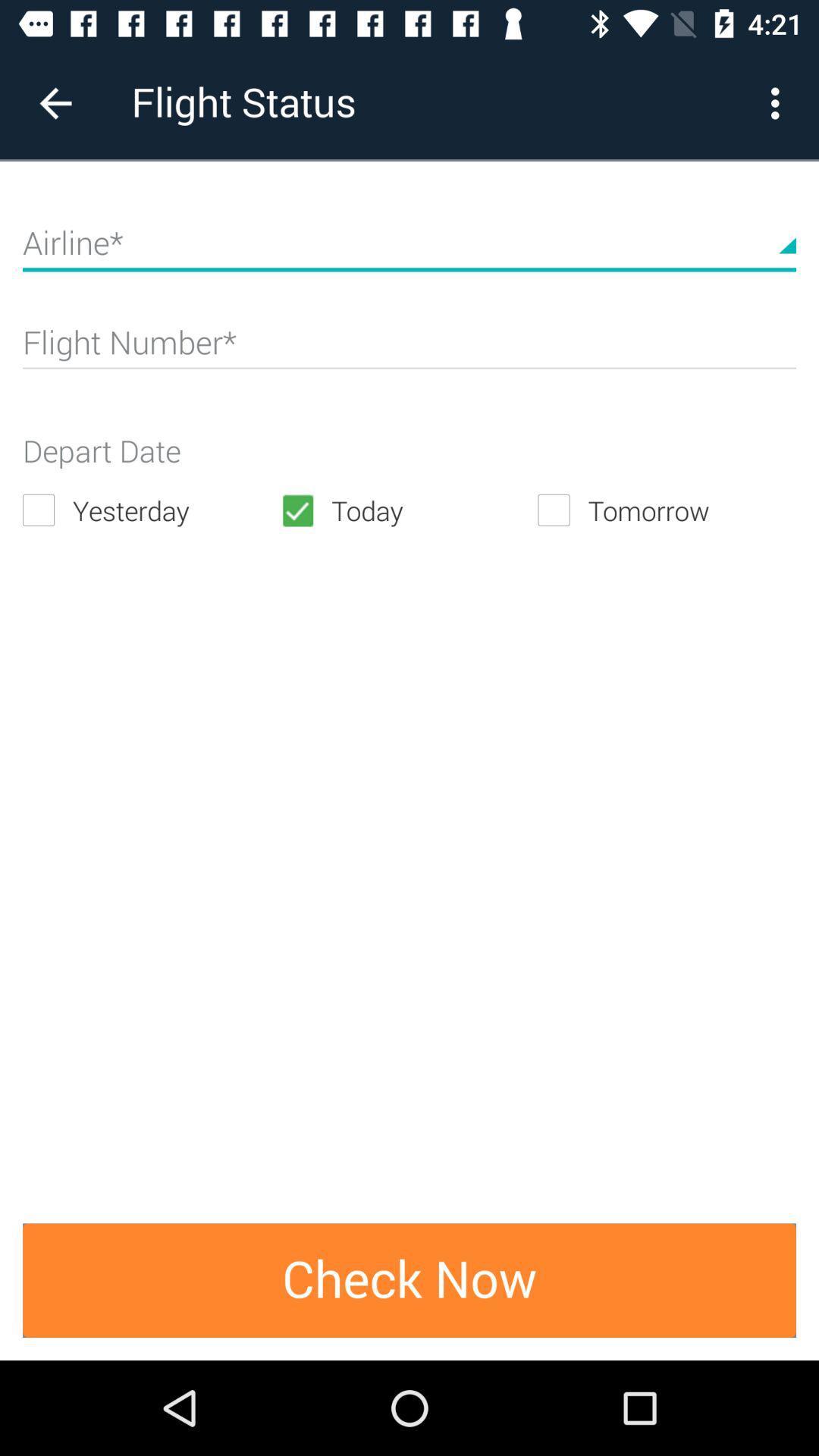 The height and width of the screenshot is (1456, 819). Describe the element at coordinates (55, 102) in the screenshot. I see `item next to flight status item` at that location.